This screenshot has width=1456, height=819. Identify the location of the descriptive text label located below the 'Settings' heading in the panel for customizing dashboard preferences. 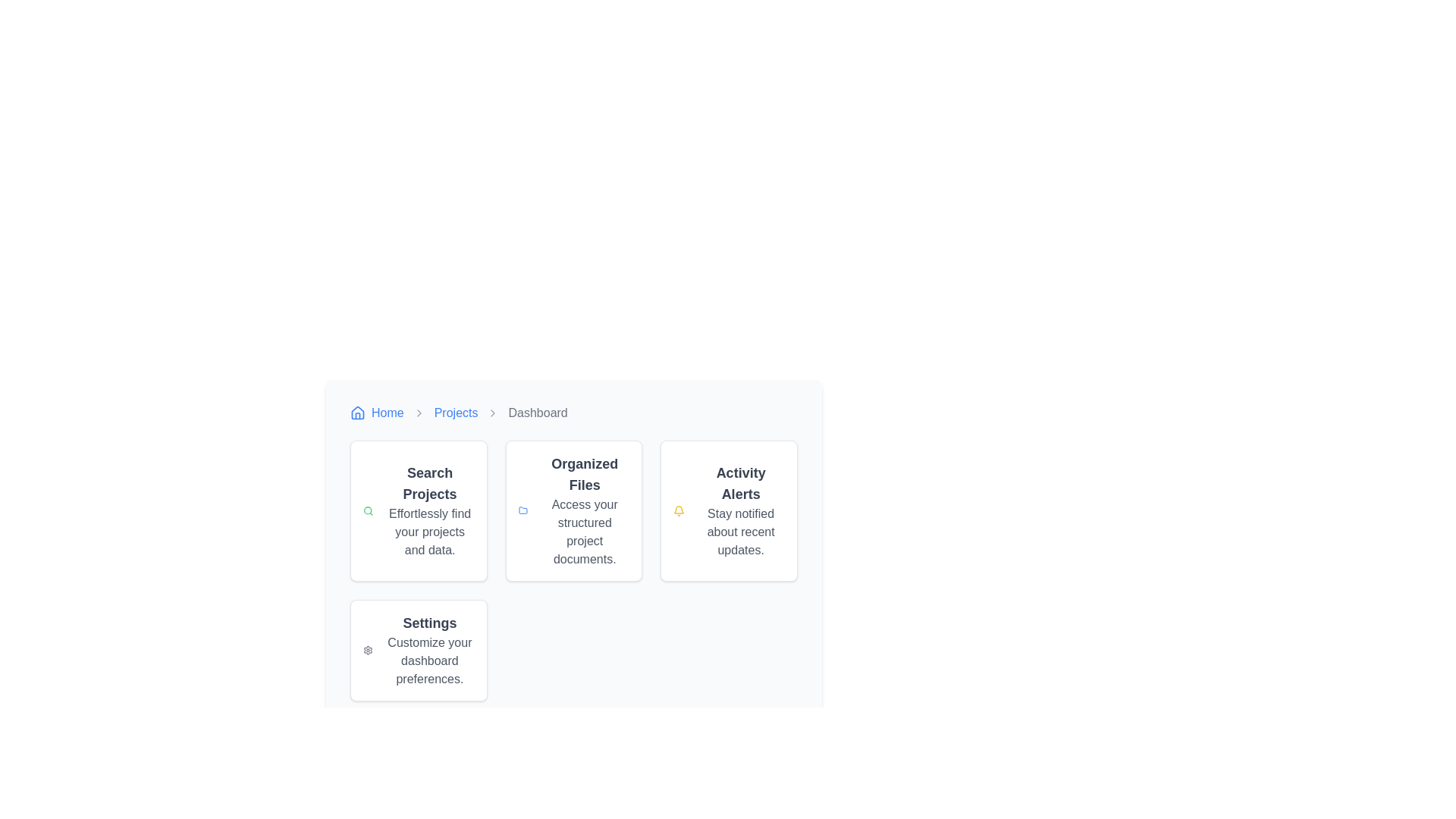
(428, 660).